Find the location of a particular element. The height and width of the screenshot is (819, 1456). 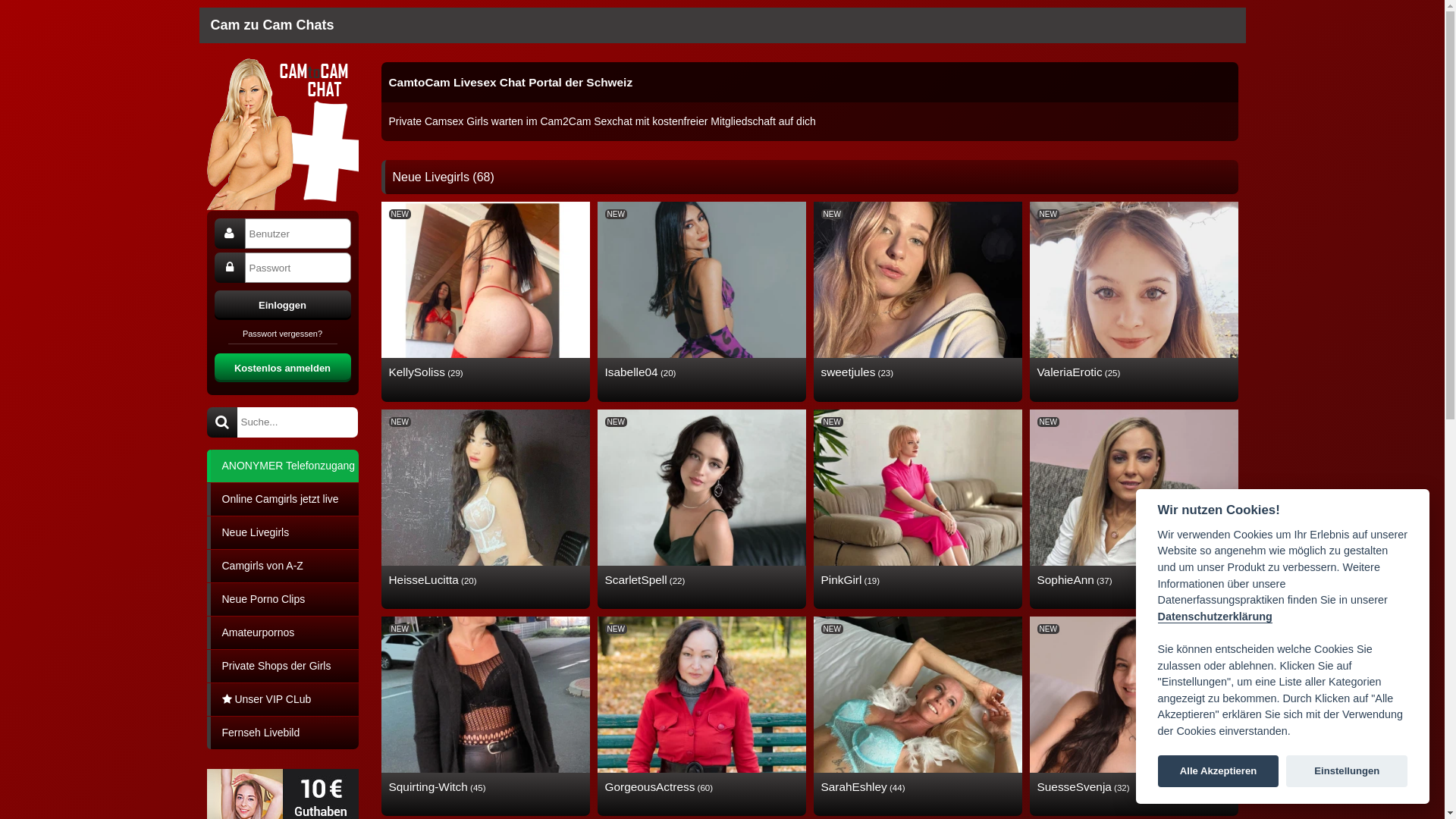

'Kostenlos anmelden' is located at coordinates (213, 366).